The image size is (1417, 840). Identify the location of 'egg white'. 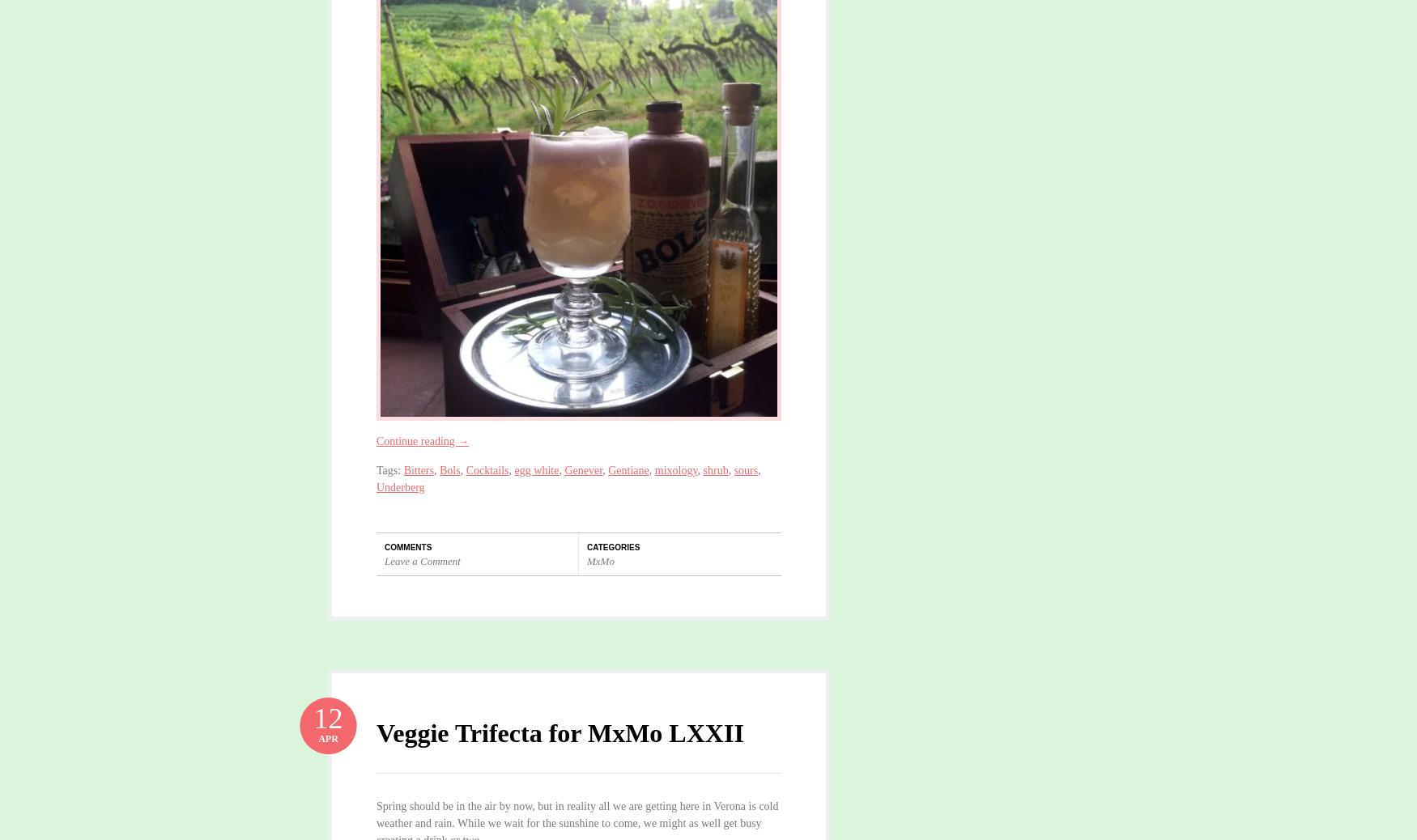
(535, 469).